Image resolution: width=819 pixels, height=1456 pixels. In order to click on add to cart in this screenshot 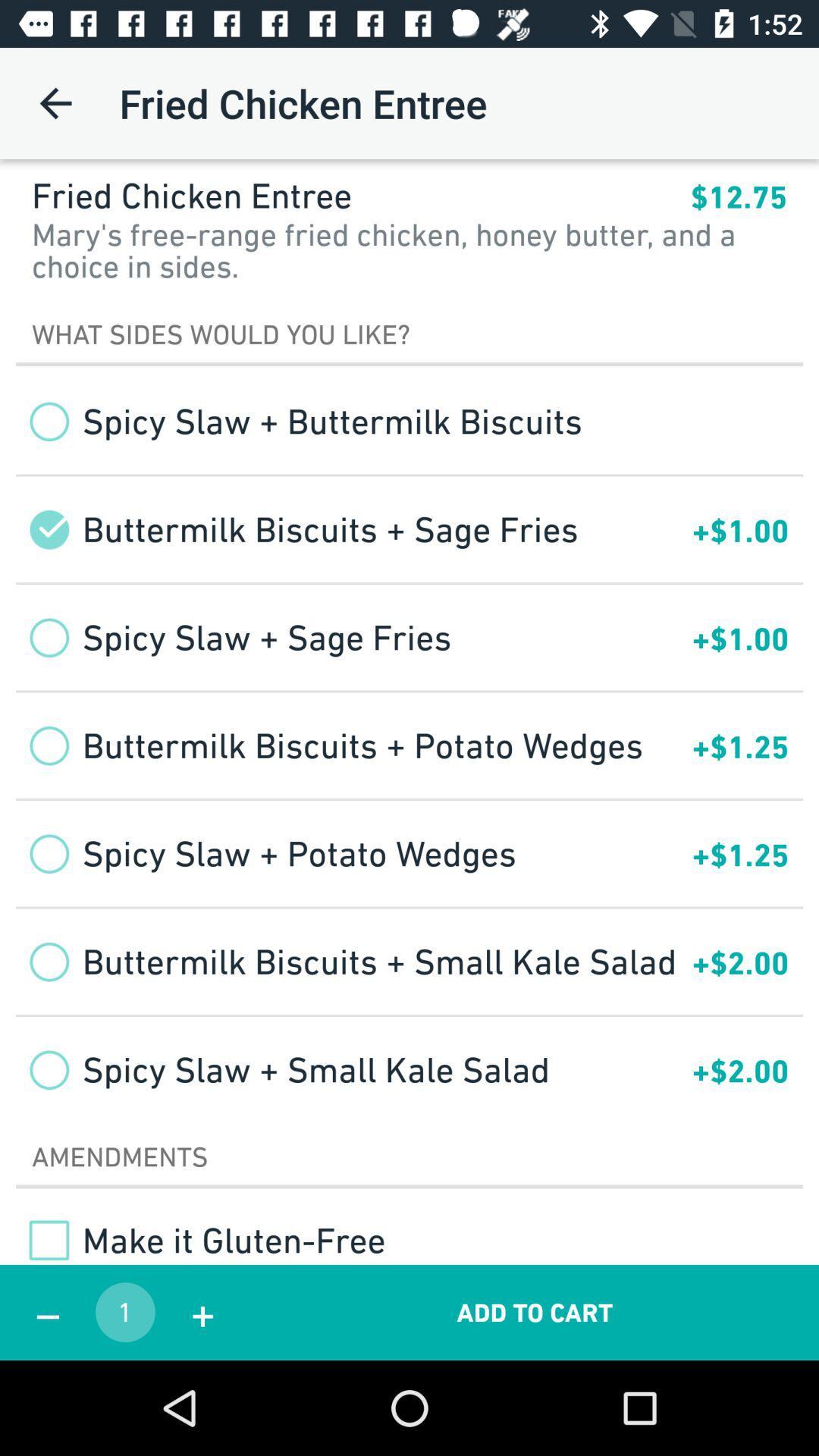, I will do `click(534, 1312)`.